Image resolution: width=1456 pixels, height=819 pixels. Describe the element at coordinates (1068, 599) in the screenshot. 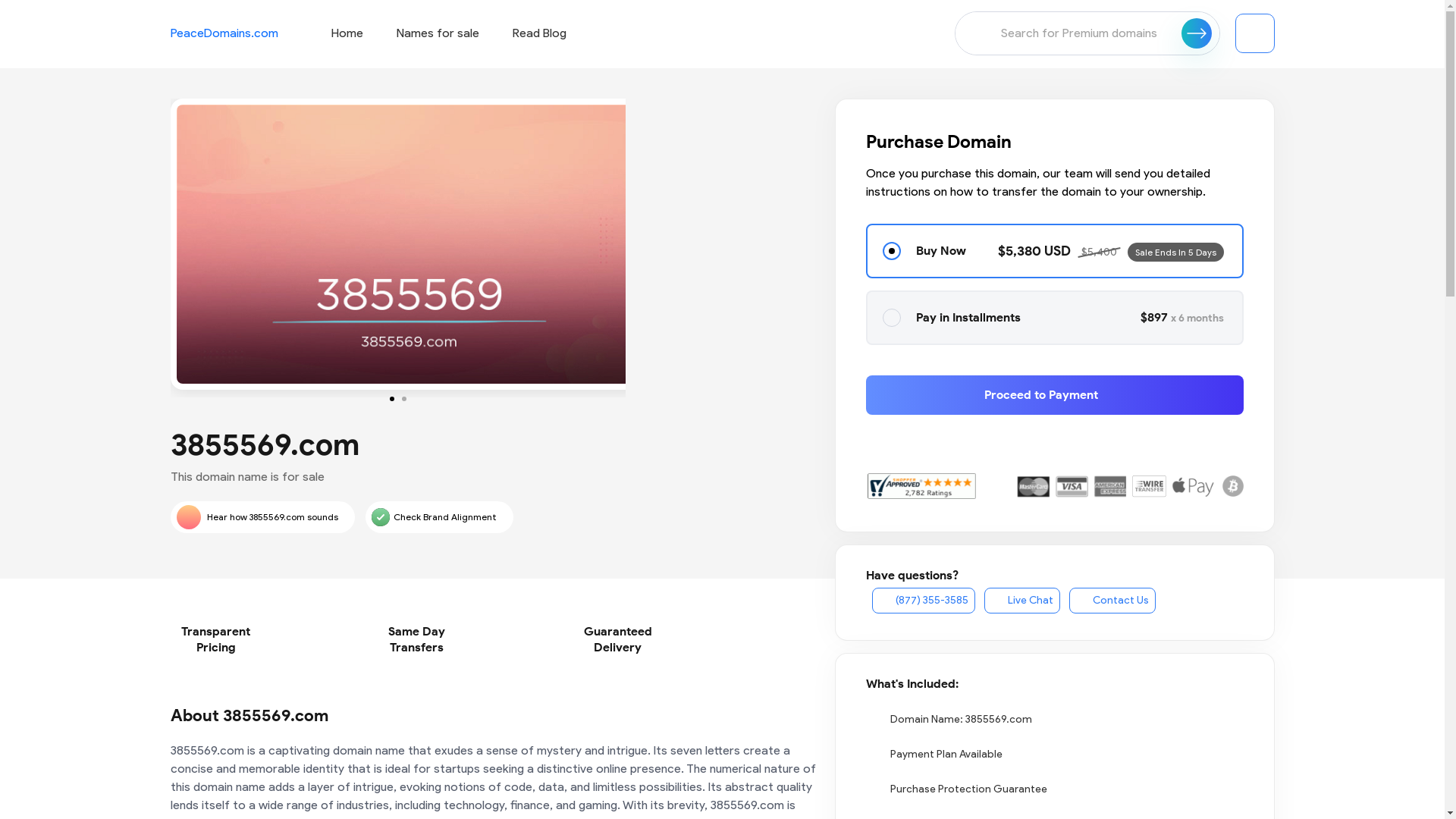

I see `'Contact Us'` at that location.